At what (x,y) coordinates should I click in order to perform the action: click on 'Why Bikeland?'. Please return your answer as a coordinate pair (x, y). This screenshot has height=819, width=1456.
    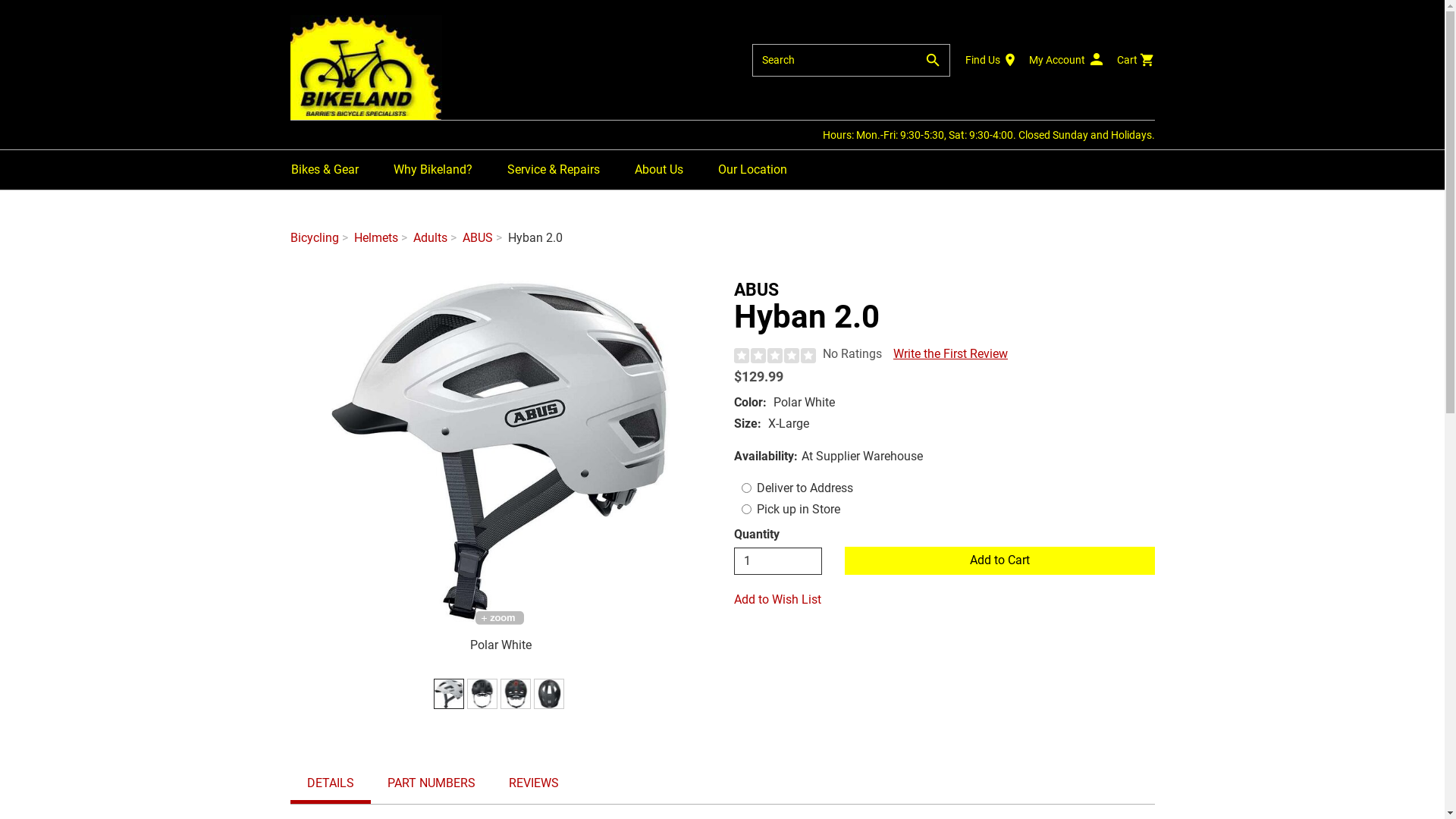
    Looking at the image, I should click on (431, 169).